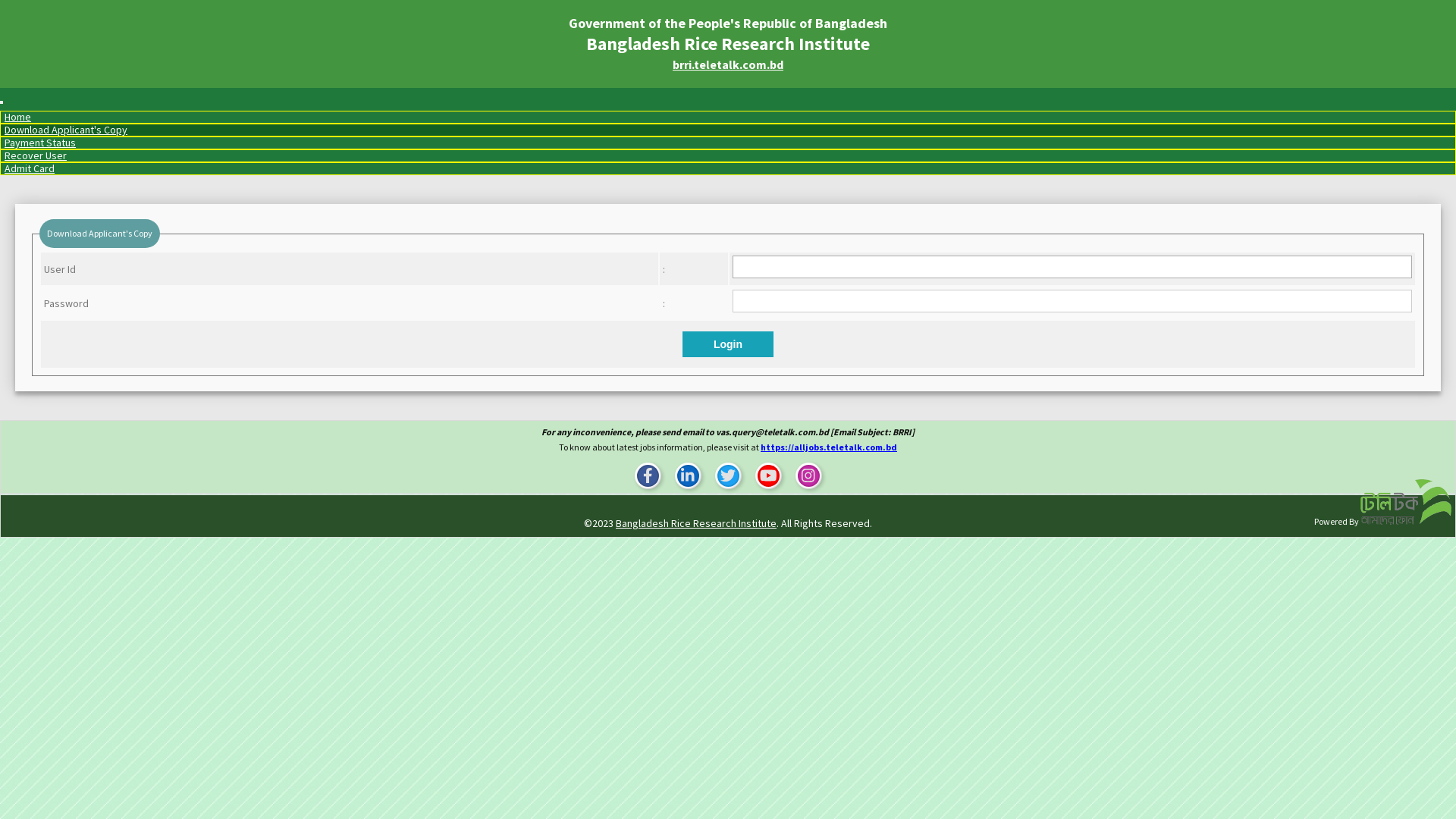  Describe the element at coordinates (39, 143) in the screenshot. I see `'Payment Status'` at that location.